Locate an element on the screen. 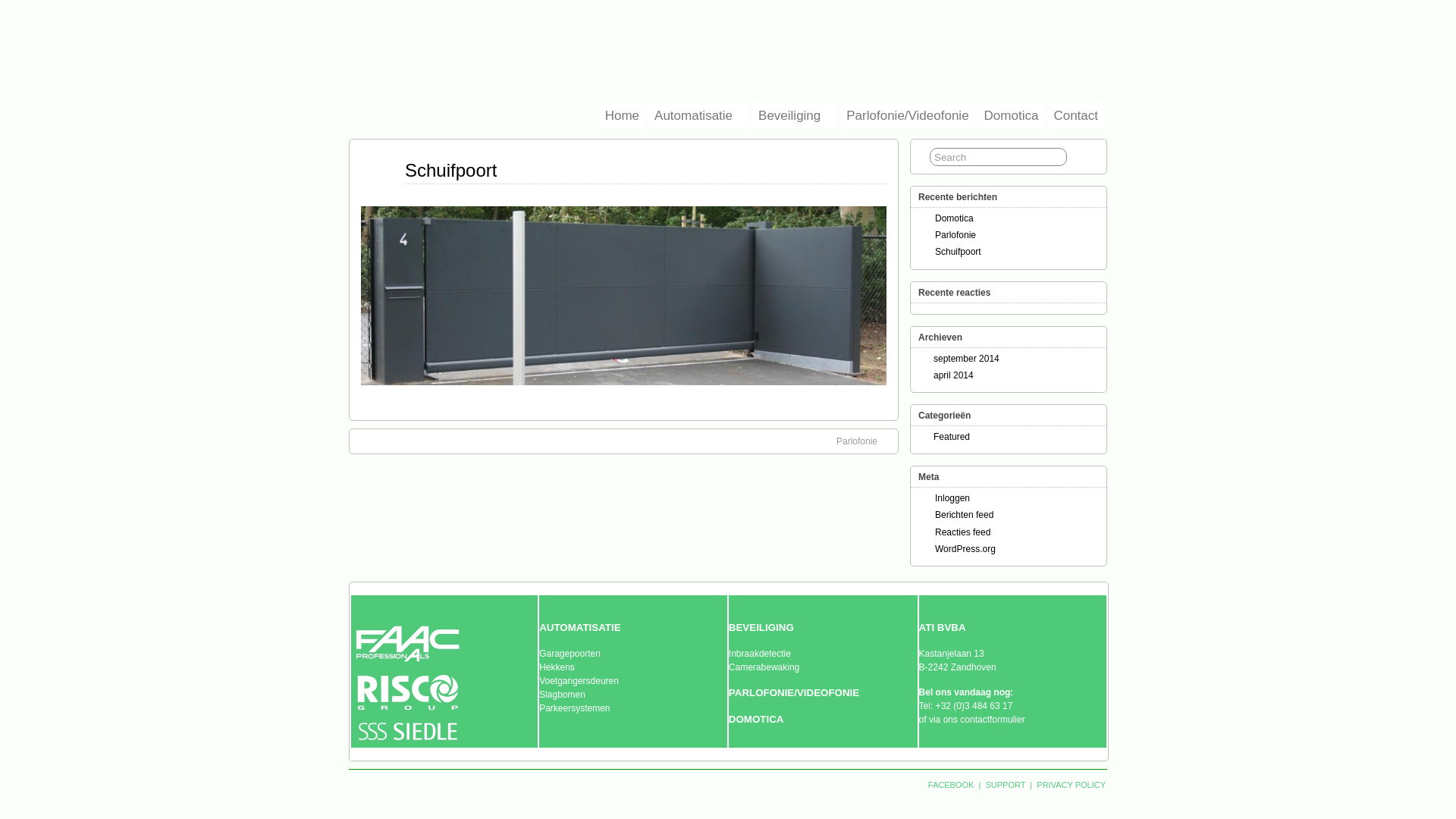 The image size is (1456, 819). 'Featured' is located at coordinates (950, 436).